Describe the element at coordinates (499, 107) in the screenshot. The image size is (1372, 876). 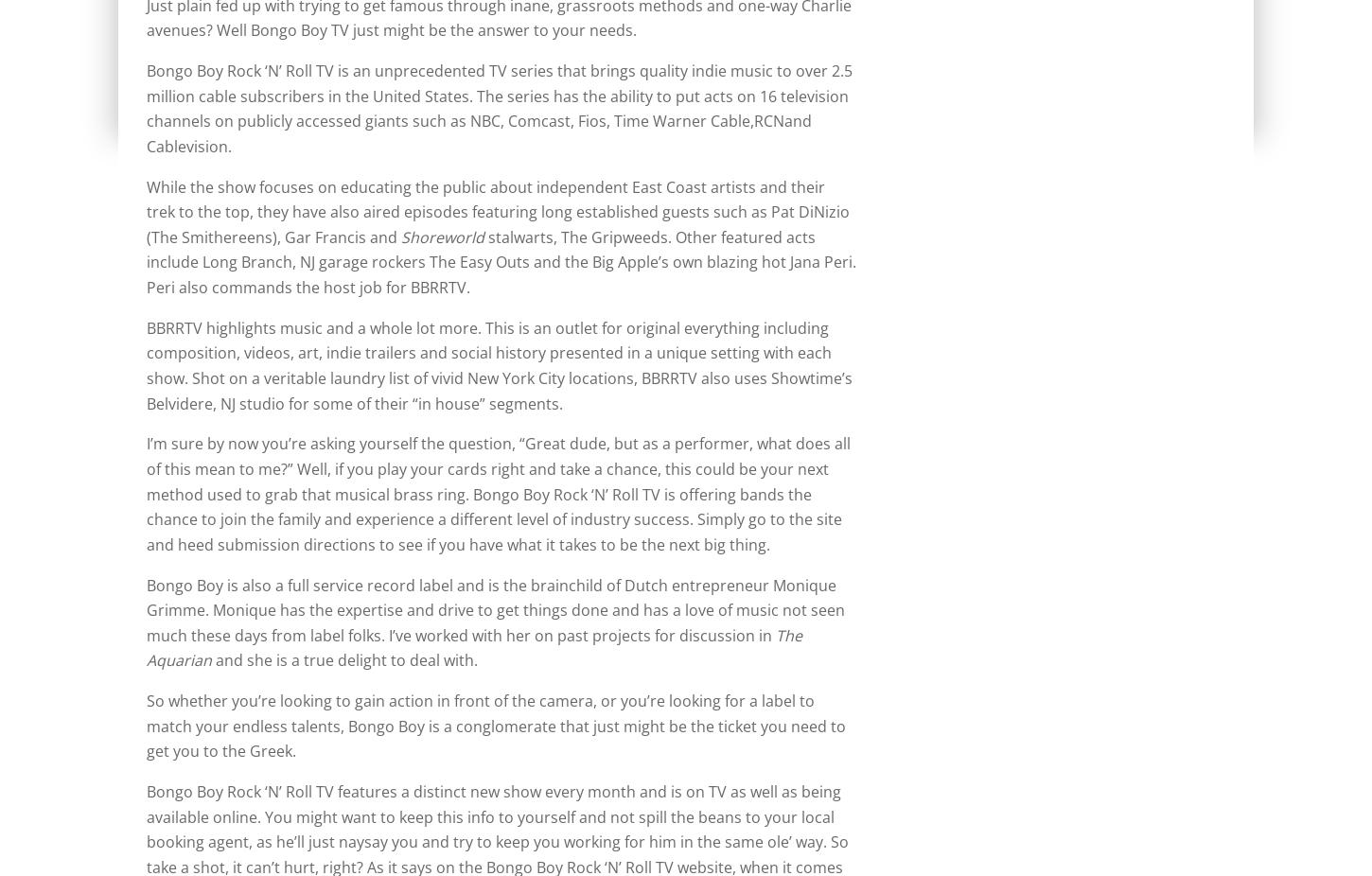
I see `'Bongo Boy Rock ‘N’ Roll TV is an unprecedented TV series that brings quality indie music to over 2.5 million cable subscribers in the United States. The series has the ability to put acts on 16 television channels on publicly accessed giants such as NBC, Comcast, Fios, Time Warner Cable,RCNand Cablevision.'` at that location.